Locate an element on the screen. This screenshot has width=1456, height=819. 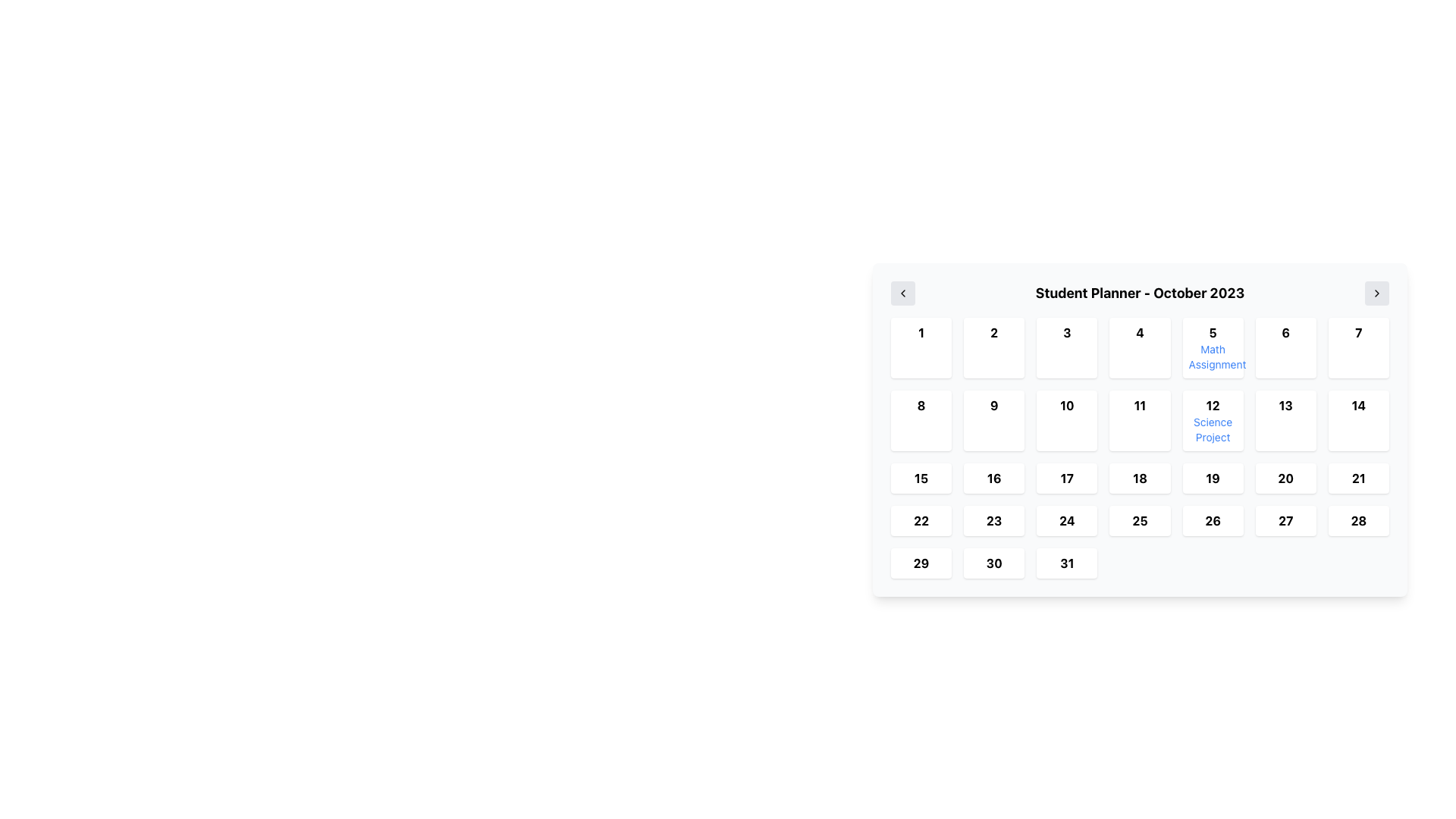
the Calendar day box representing the day '8' is located at coordinates (920, 421).